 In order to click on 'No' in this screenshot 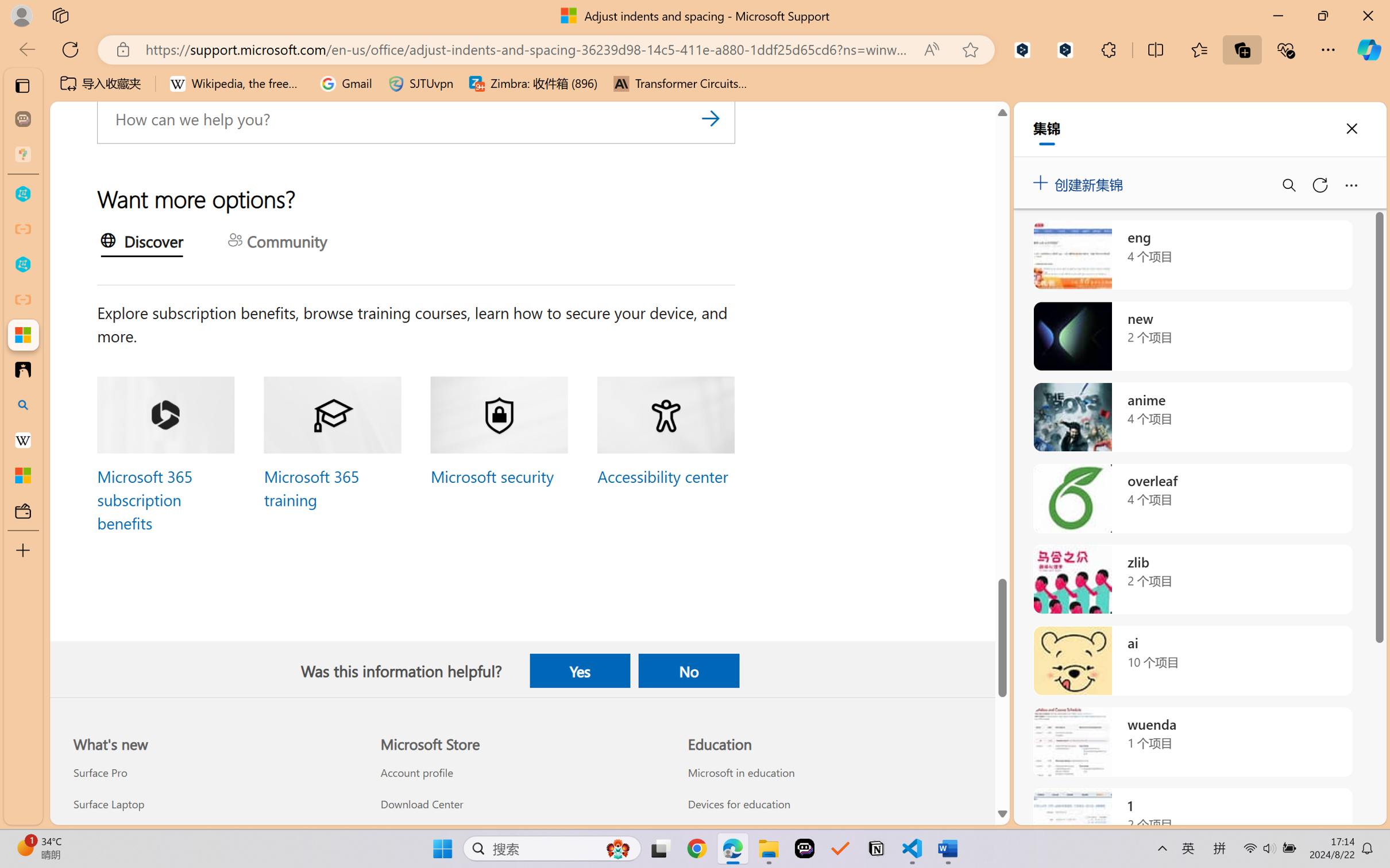, I will do `click(688, 670)`.